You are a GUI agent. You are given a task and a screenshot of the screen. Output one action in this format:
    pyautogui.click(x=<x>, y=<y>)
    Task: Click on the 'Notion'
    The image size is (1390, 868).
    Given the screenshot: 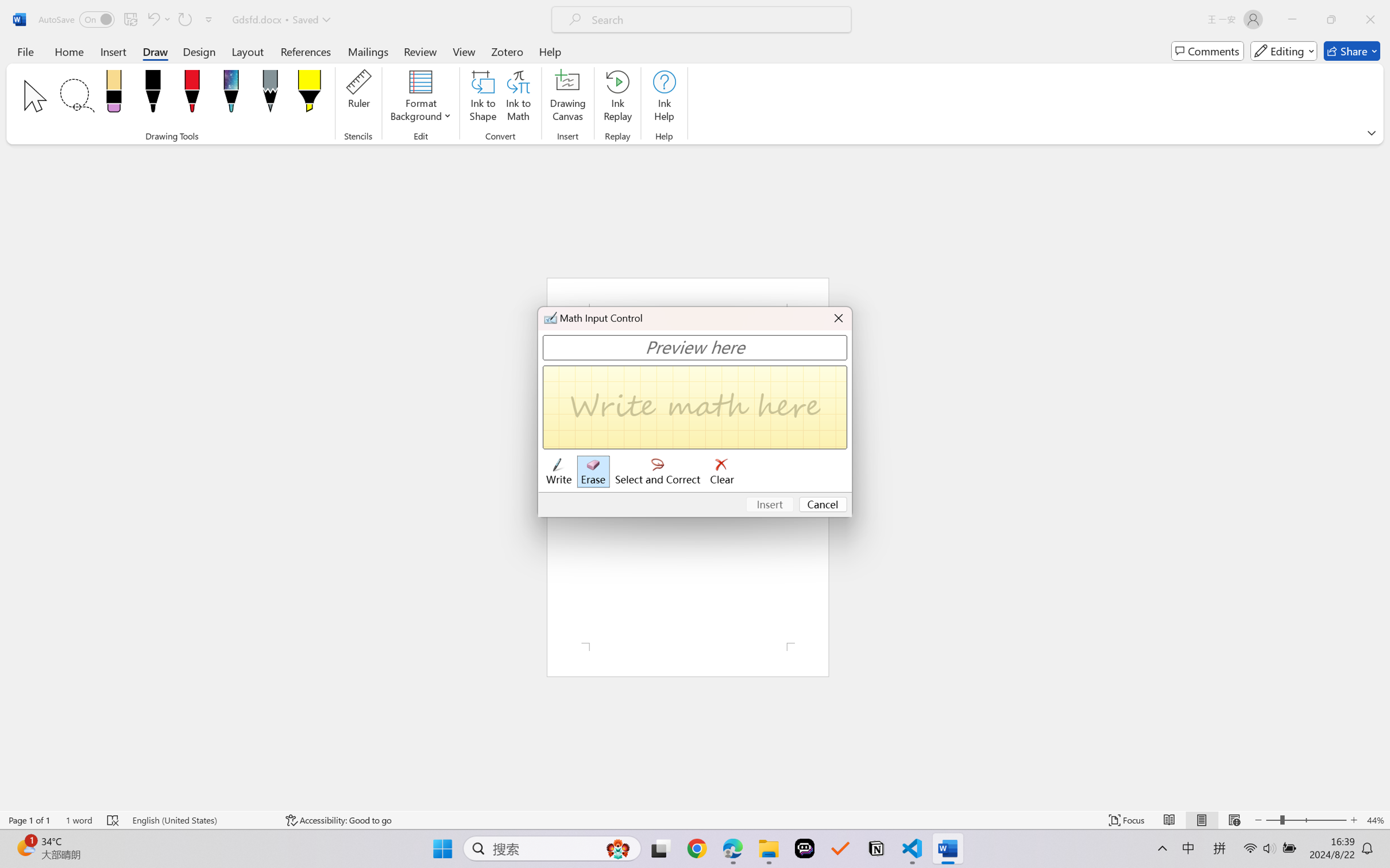 What is the action you would take?
    pyautogui.click(x=876, y=848)
    